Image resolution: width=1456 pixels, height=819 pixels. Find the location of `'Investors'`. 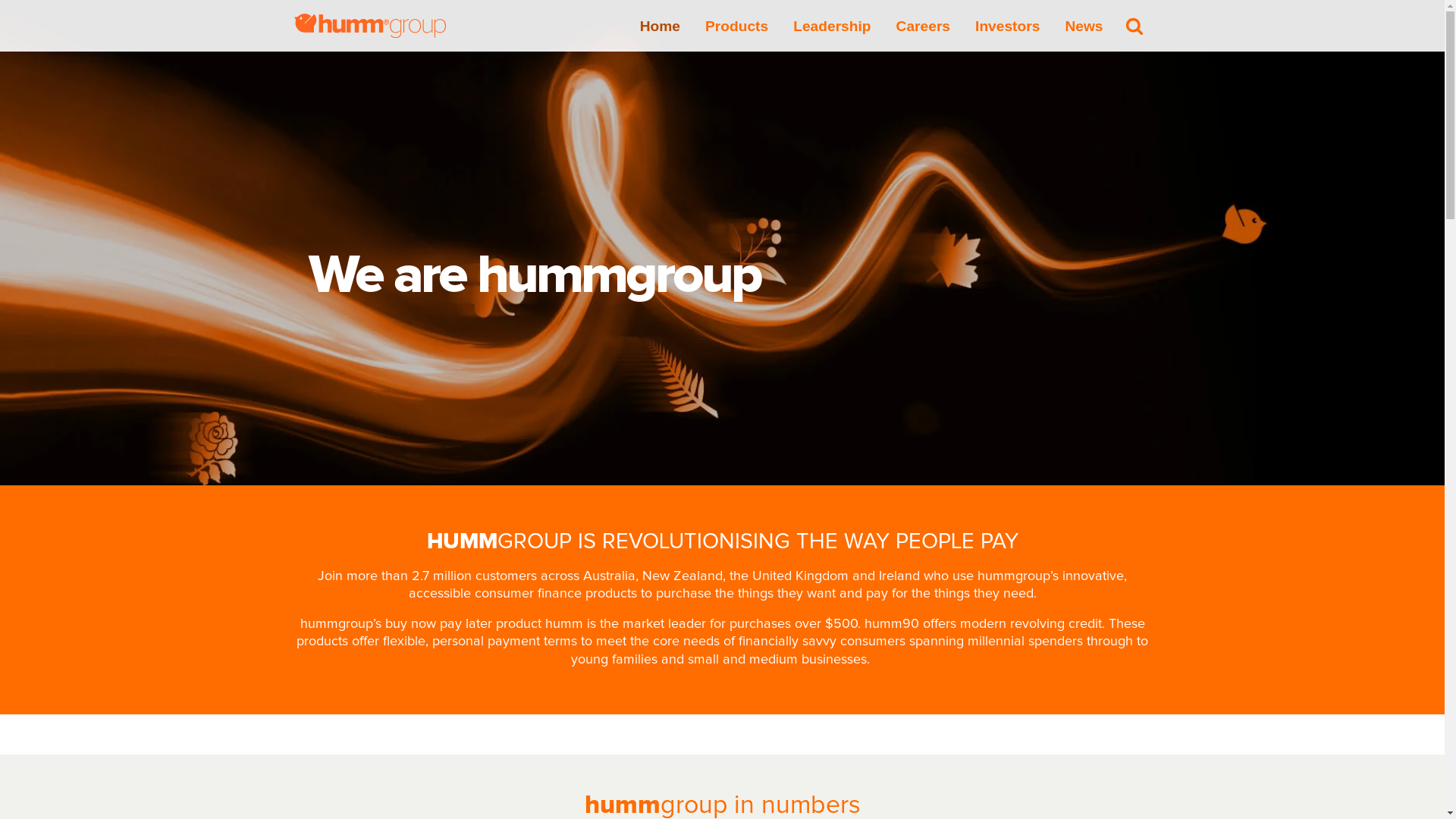

'Investors' is located at coordinates (975, 25).